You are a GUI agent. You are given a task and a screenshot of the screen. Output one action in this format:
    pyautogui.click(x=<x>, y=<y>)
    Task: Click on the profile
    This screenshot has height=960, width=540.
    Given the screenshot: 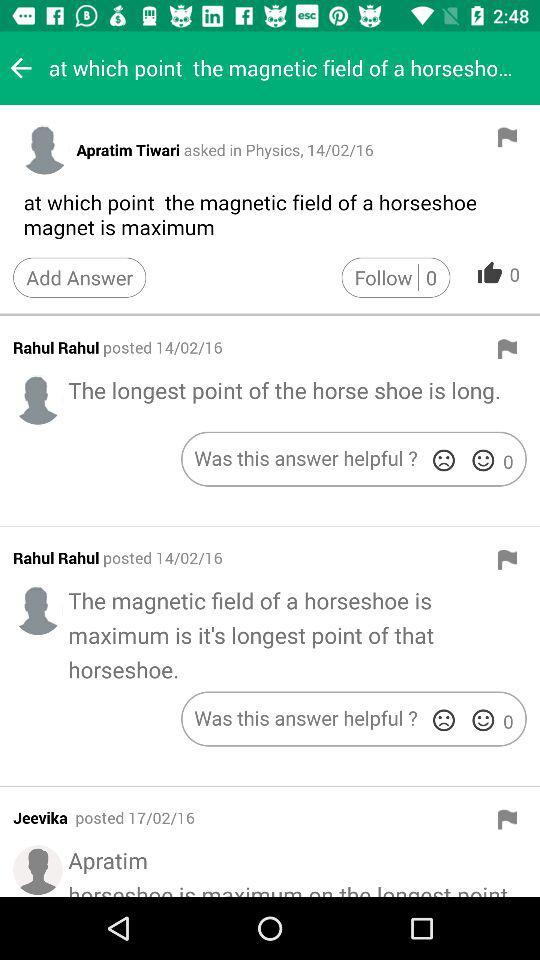 What is the action you would take?
    pyautogui.click(x=38, y=398)
    